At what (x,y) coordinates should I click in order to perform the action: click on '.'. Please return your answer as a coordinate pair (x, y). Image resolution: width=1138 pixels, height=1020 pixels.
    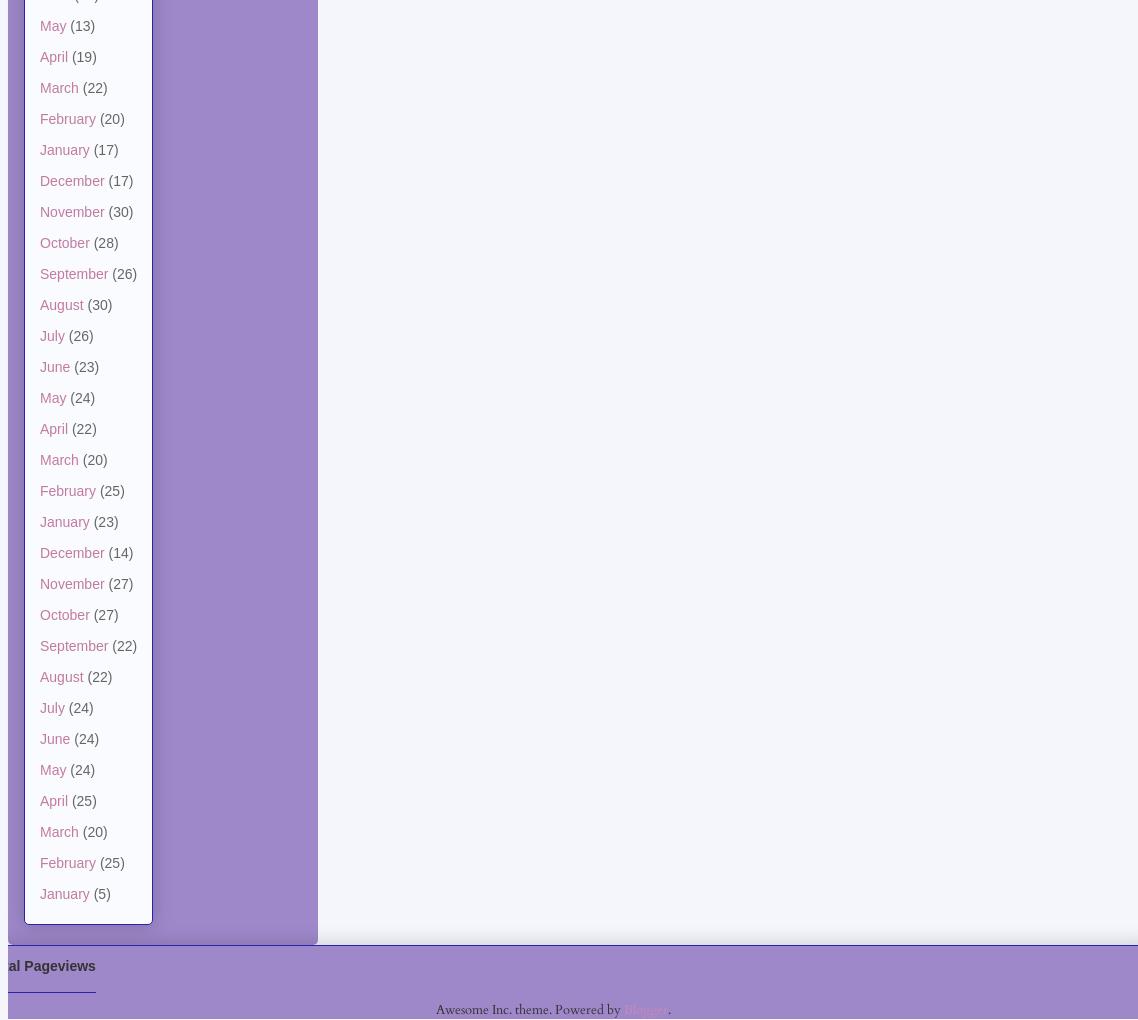
    Looking at the image, I should click on (667, 1008).